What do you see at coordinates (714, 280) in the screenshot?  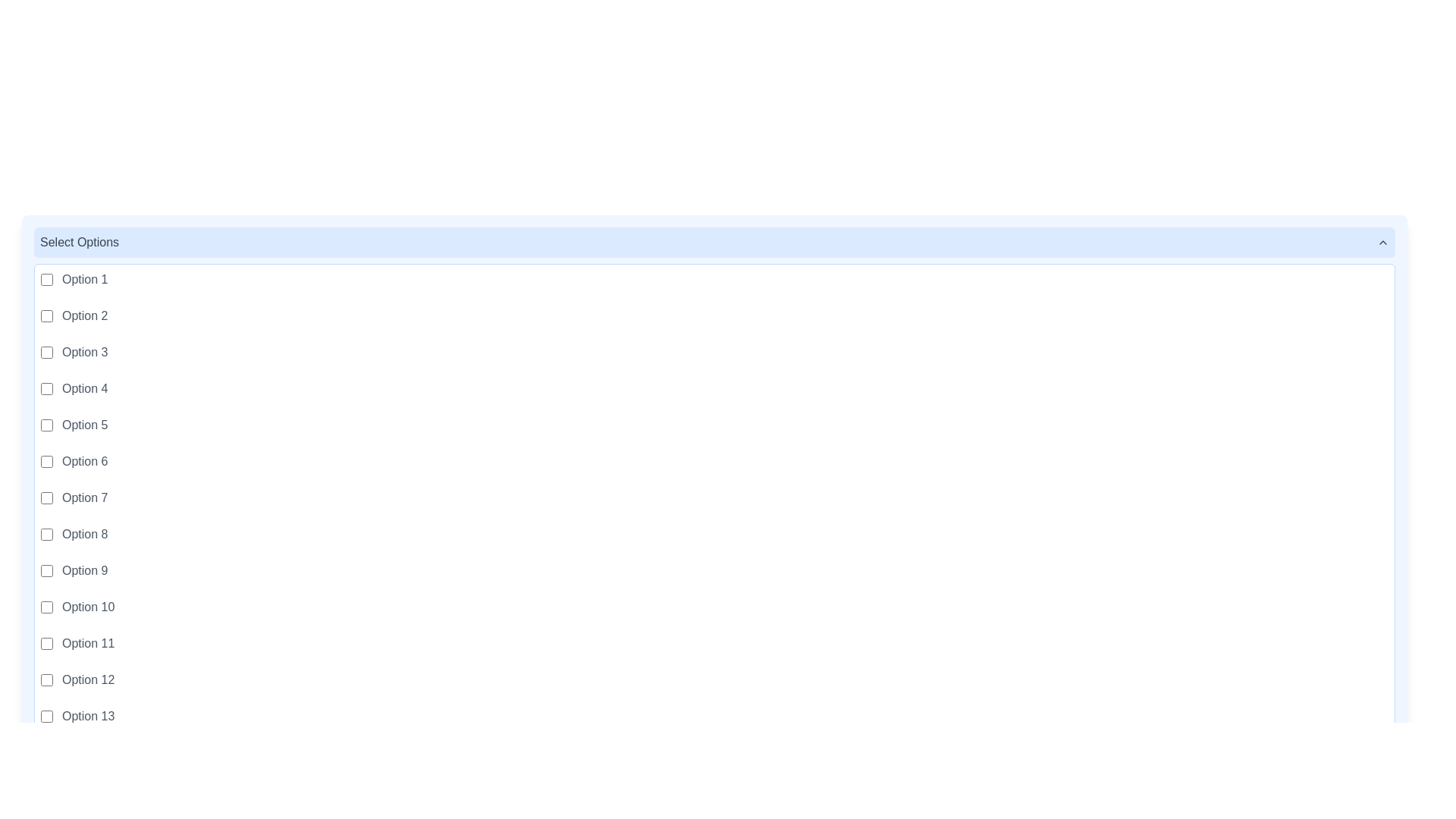 I see `the first list item containing a checkbox labeled 'Option 1'` at bounding box center [714, 280].